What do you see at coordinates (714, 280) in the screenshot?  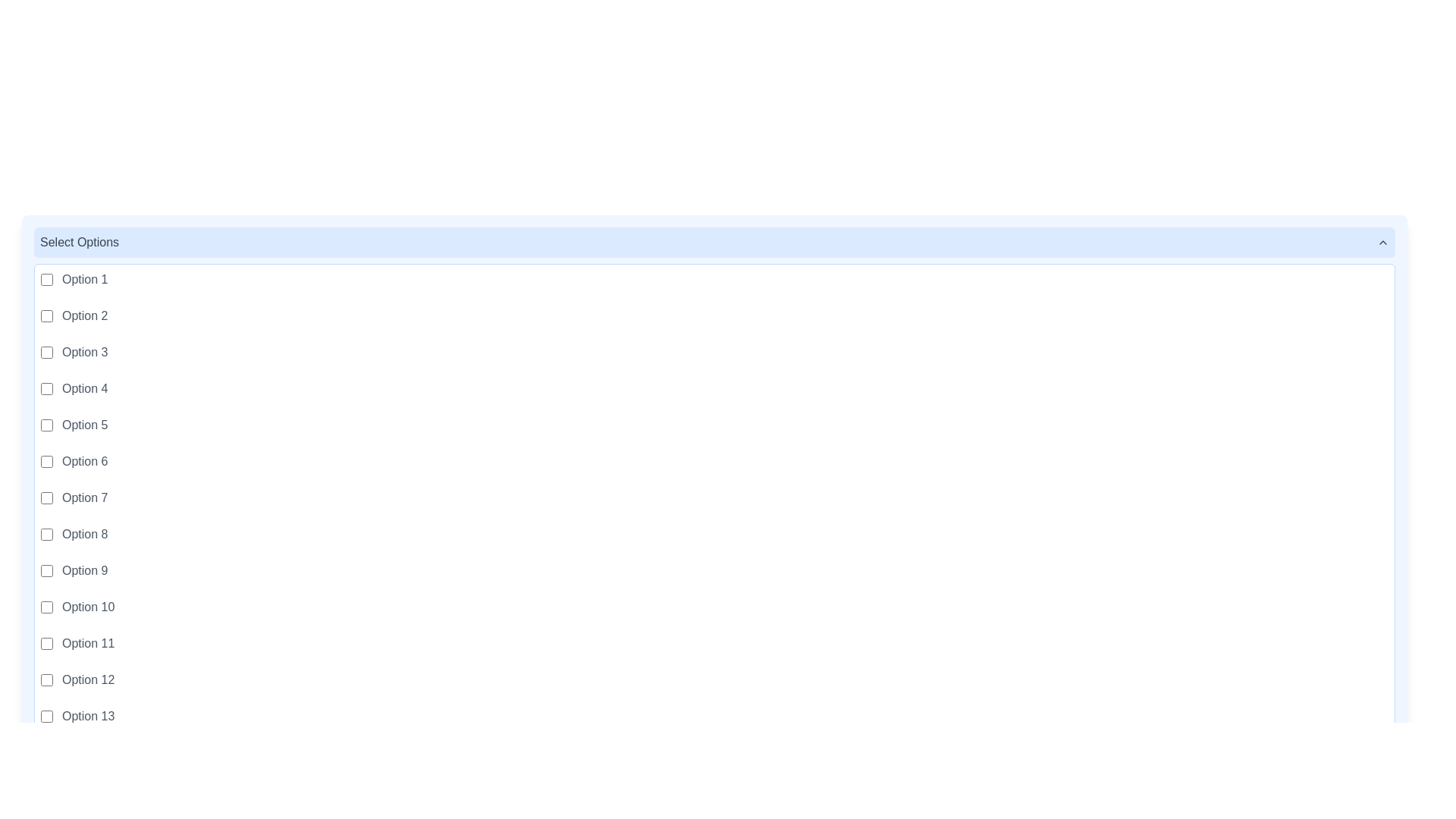 I see `the first list item containing a checkbox labeled 'Option 1'` at bounding box center [714, 280].